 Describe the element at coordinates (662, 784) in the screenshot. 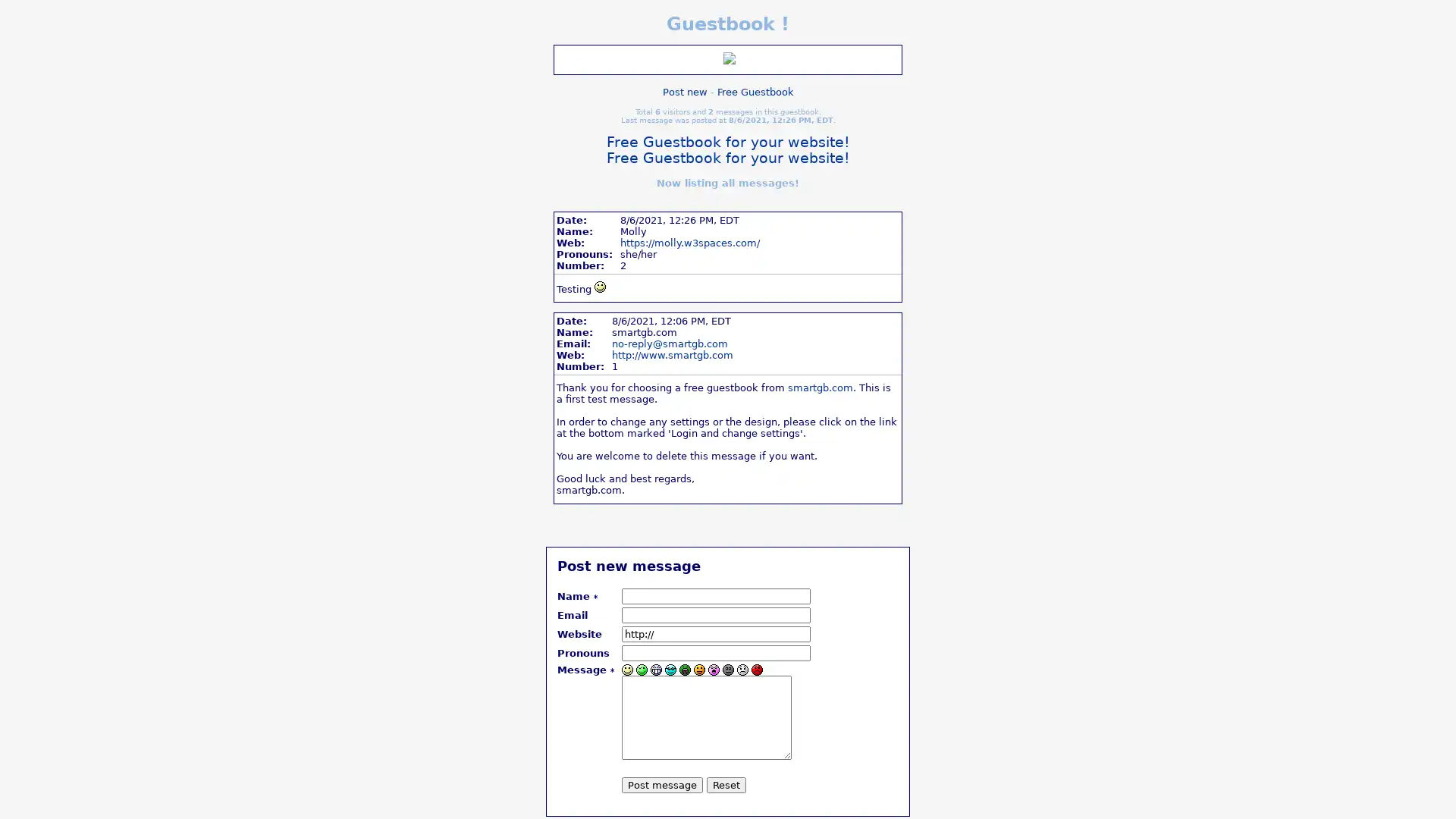

I see `Post message` at that location.